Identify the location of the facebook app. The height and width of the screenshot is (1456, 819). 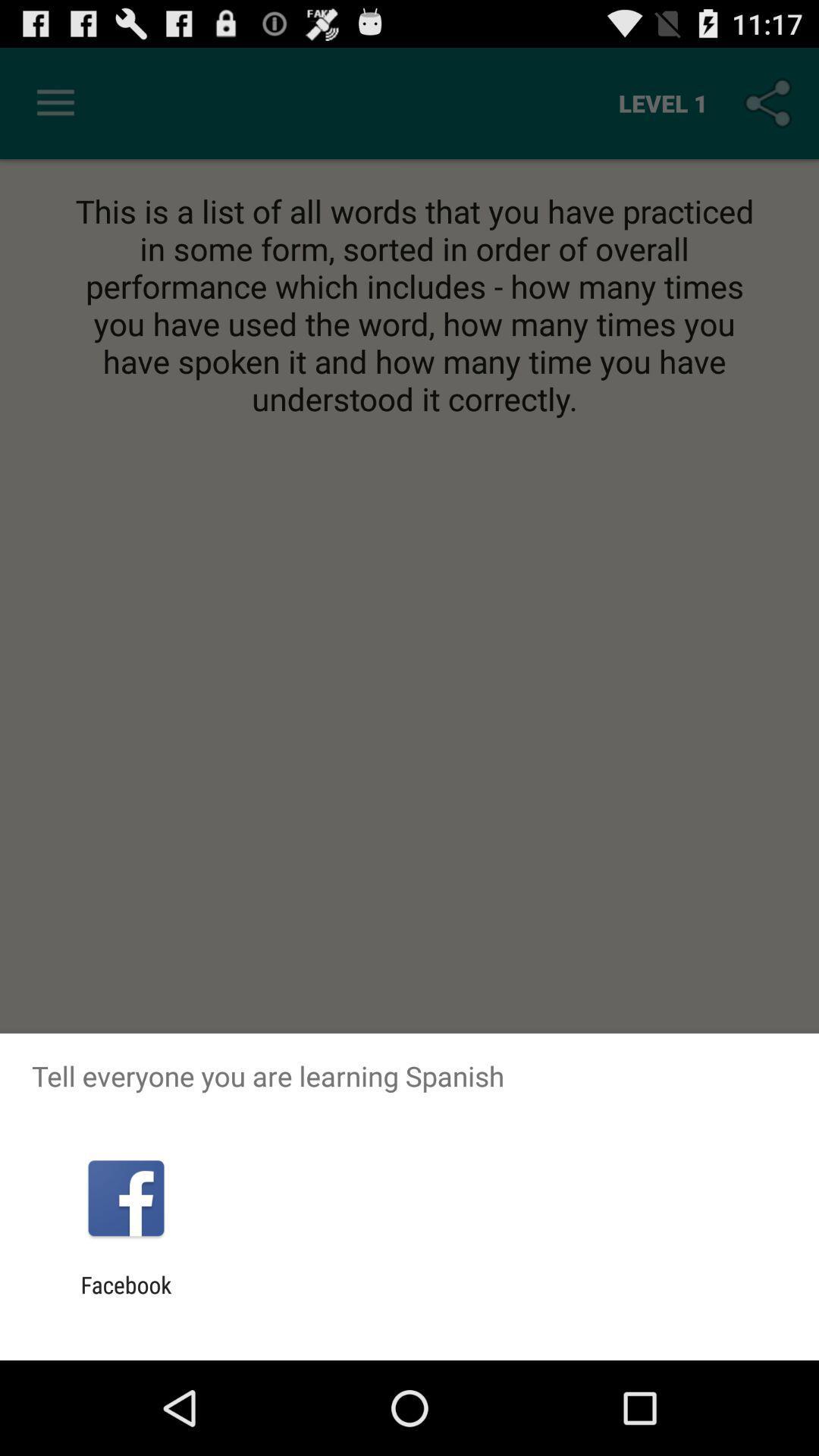
(125, 1298).